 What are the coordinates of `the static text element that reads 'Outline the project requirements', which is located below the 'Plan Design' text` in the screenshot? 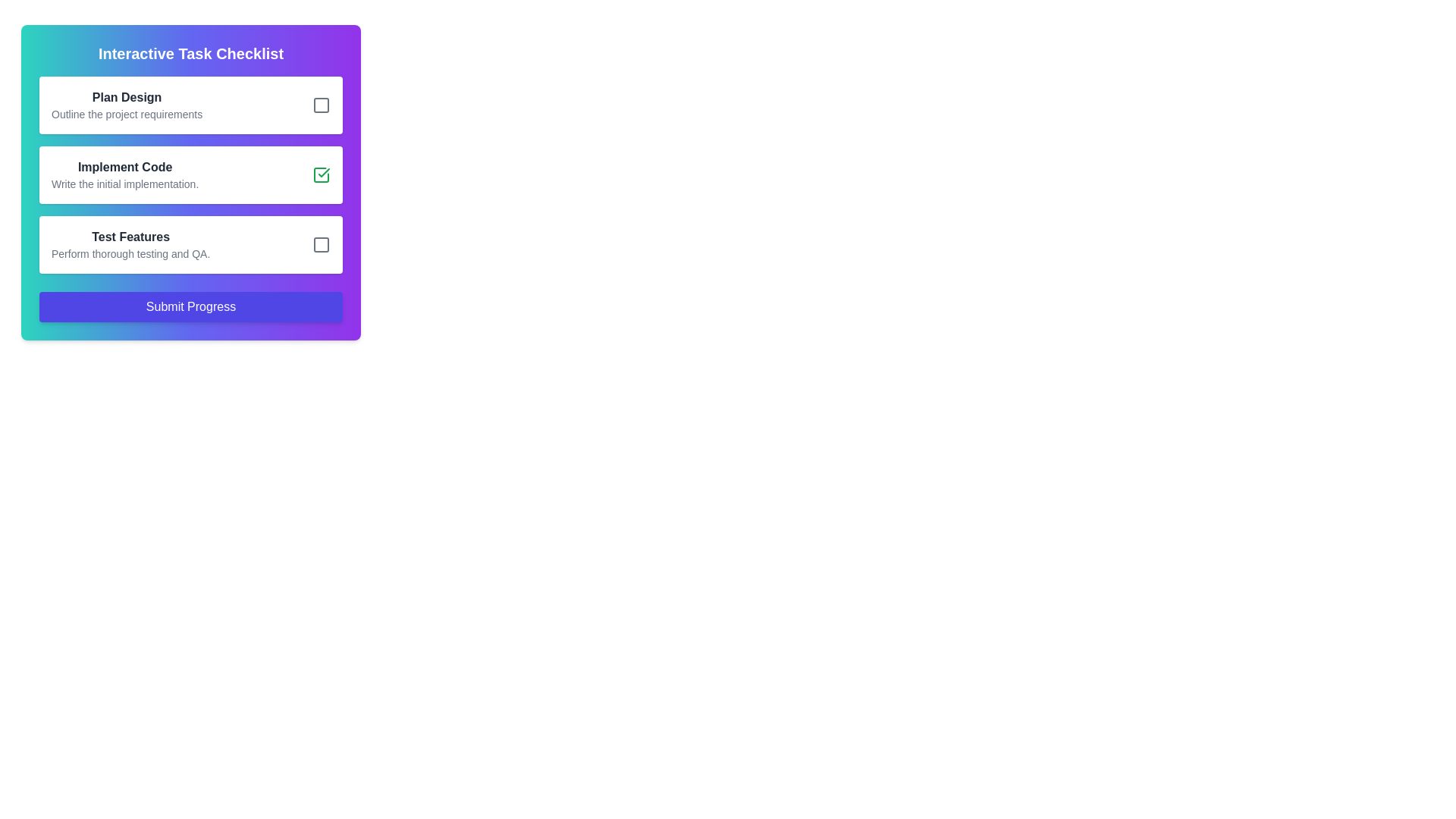 It's located at (127, 113).